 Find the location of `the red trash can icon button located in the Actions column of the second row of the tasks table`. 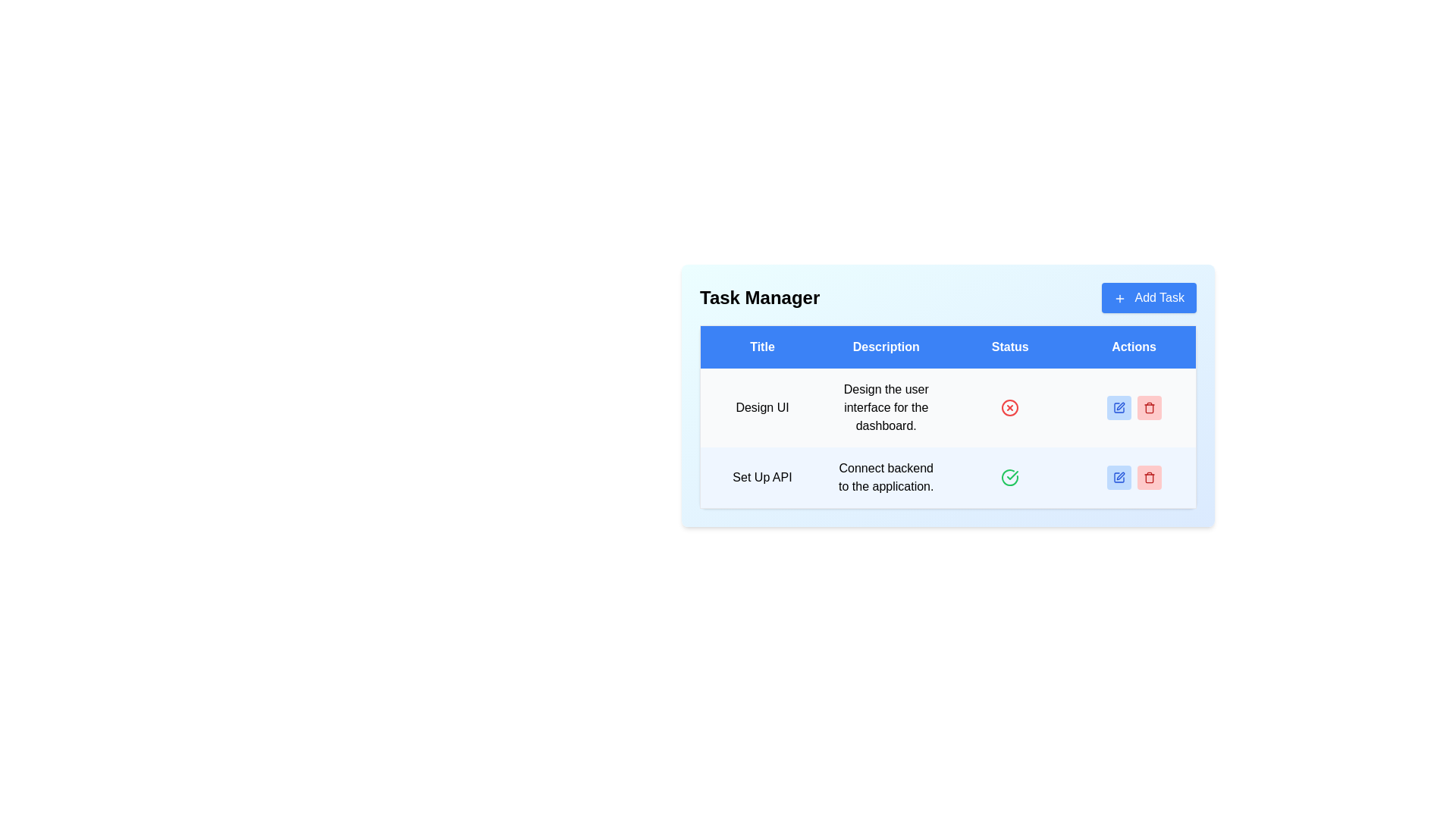

the red trash can icon button located in the Actions column of the second row of the tasks table is located at coordinates (1149, 476).